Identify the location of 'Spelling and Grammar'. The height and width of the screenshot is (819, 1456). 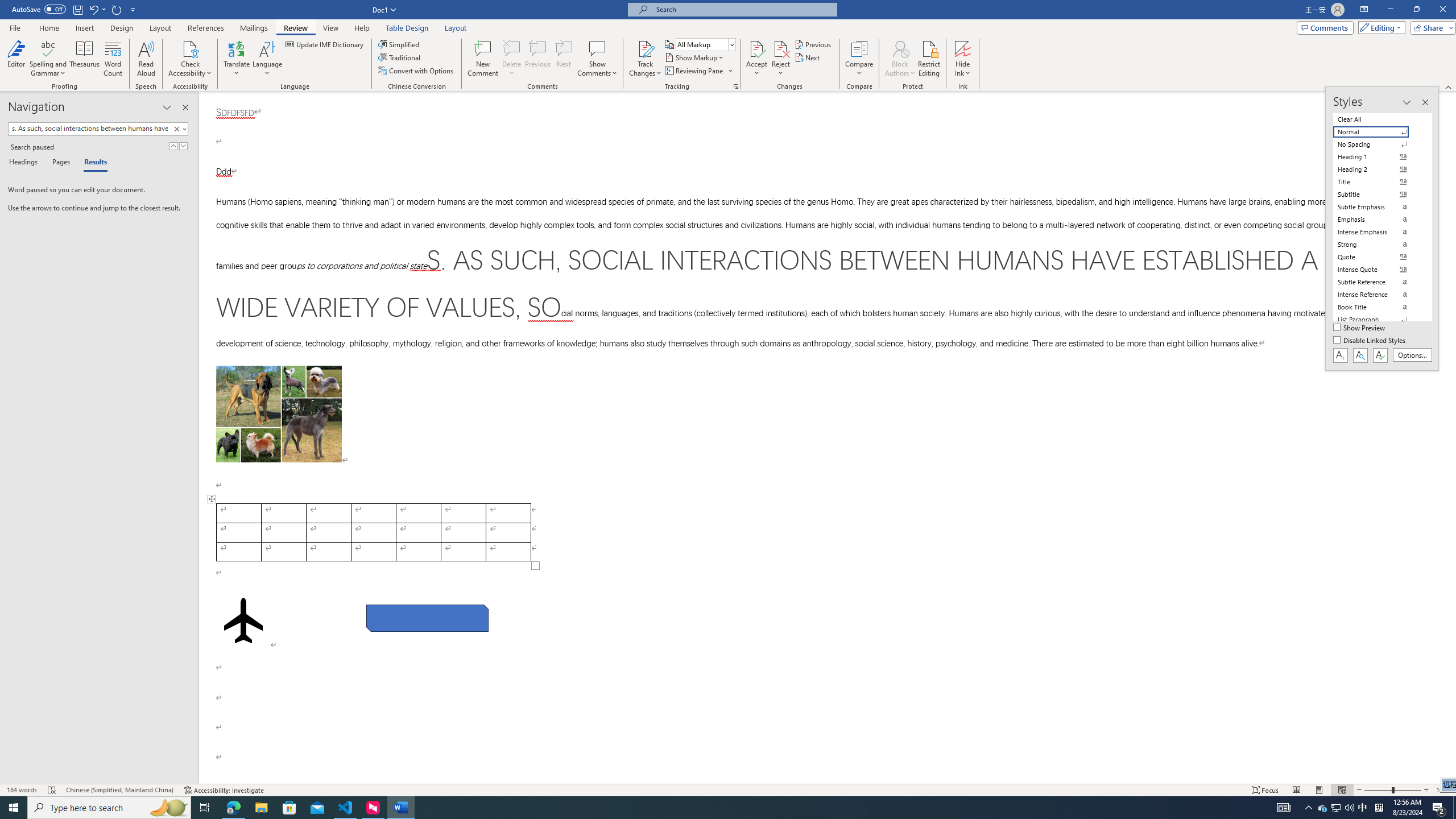
(48, 48).